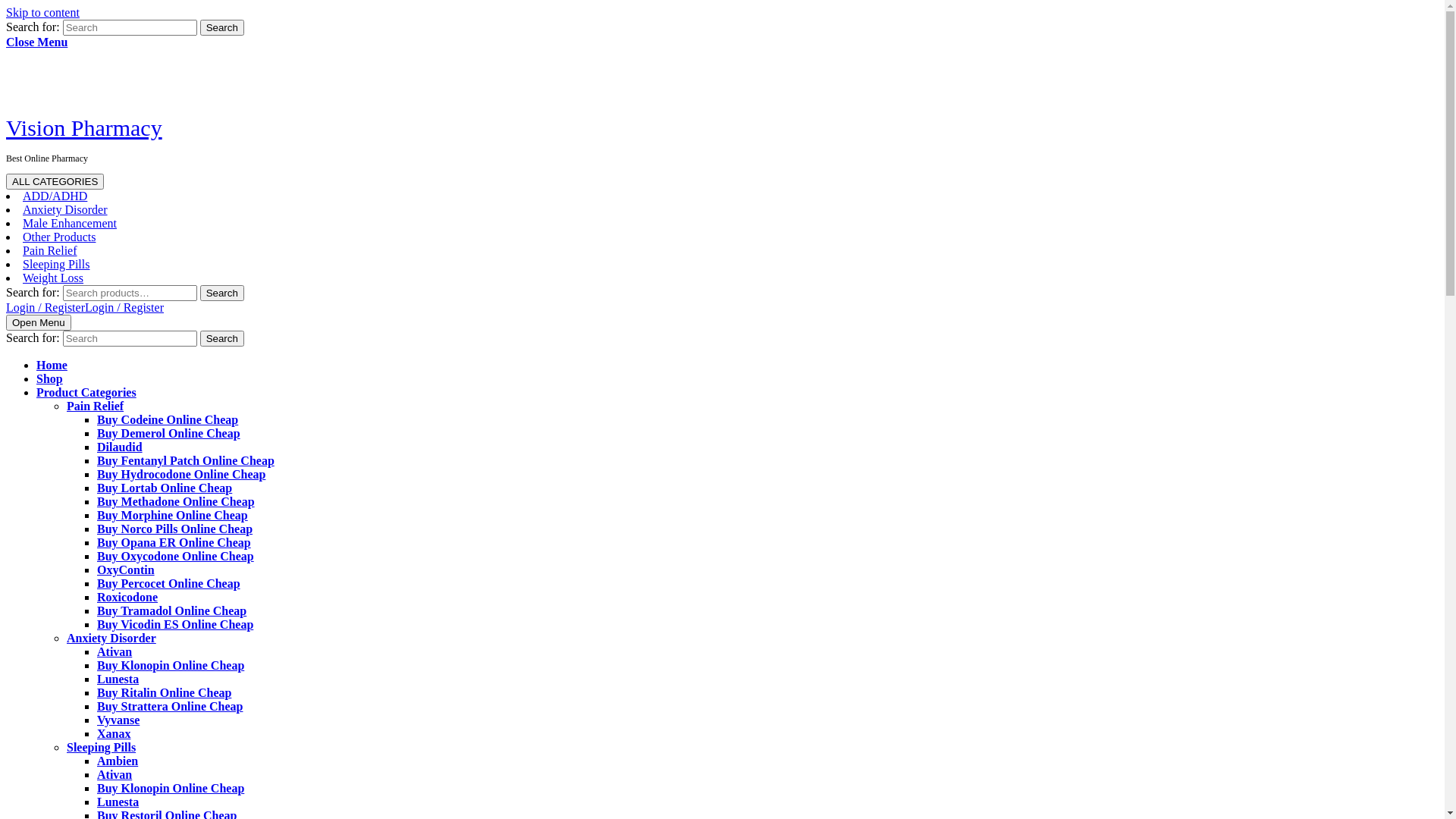 The height and width of the screenshot is (819, 1456). I want to click on 'Ativan', so click(113, 774).